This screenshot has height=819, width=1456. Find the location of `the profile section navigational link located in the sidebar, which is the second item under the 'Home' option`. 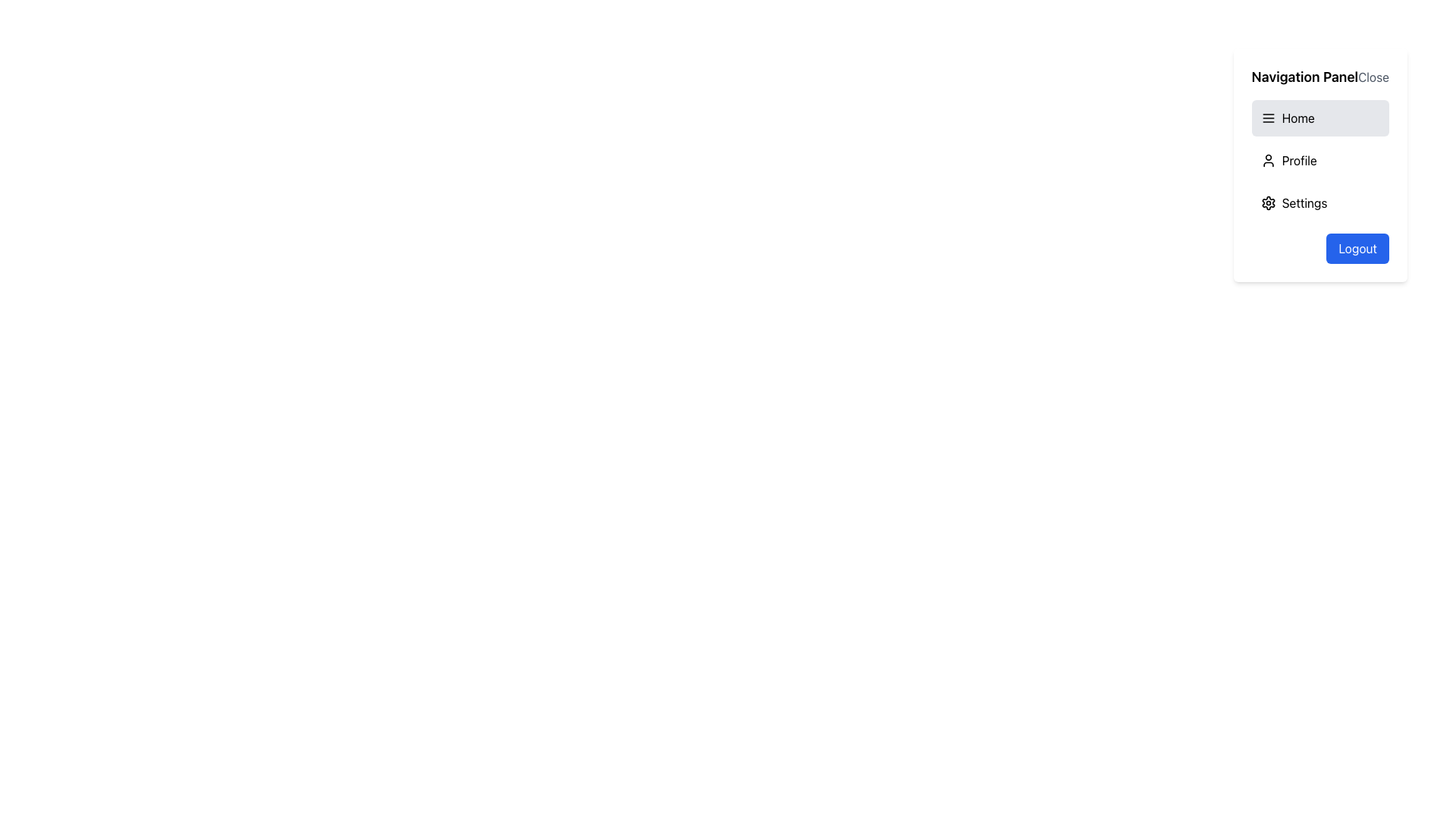

the profile section navigational link located in the sidebar, which is the second item under the 'Home' option is located at coordinates (1319, 161).